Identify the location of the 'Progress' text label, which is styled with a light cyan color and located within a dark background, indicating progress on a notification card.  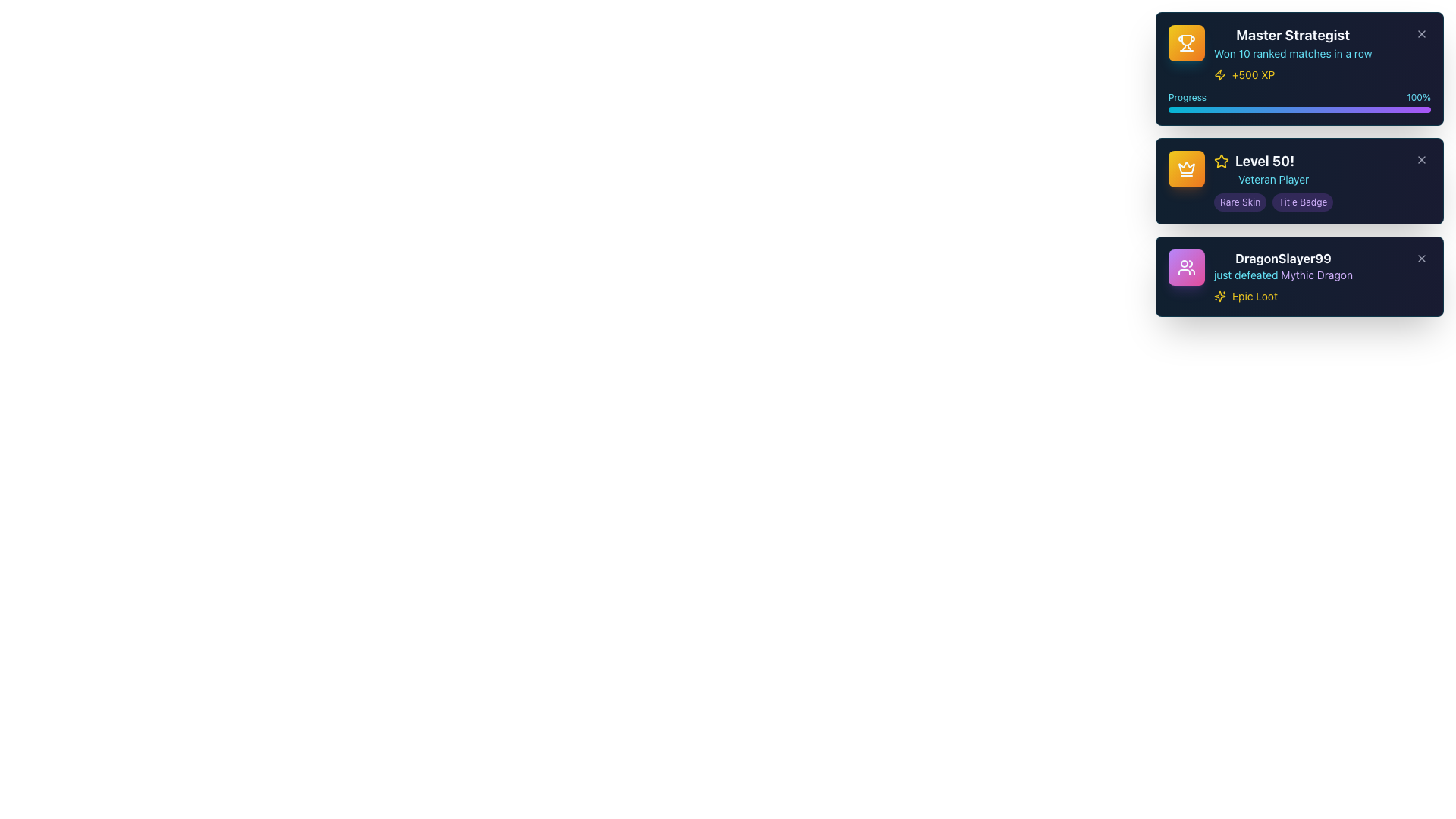
(1187, 97).